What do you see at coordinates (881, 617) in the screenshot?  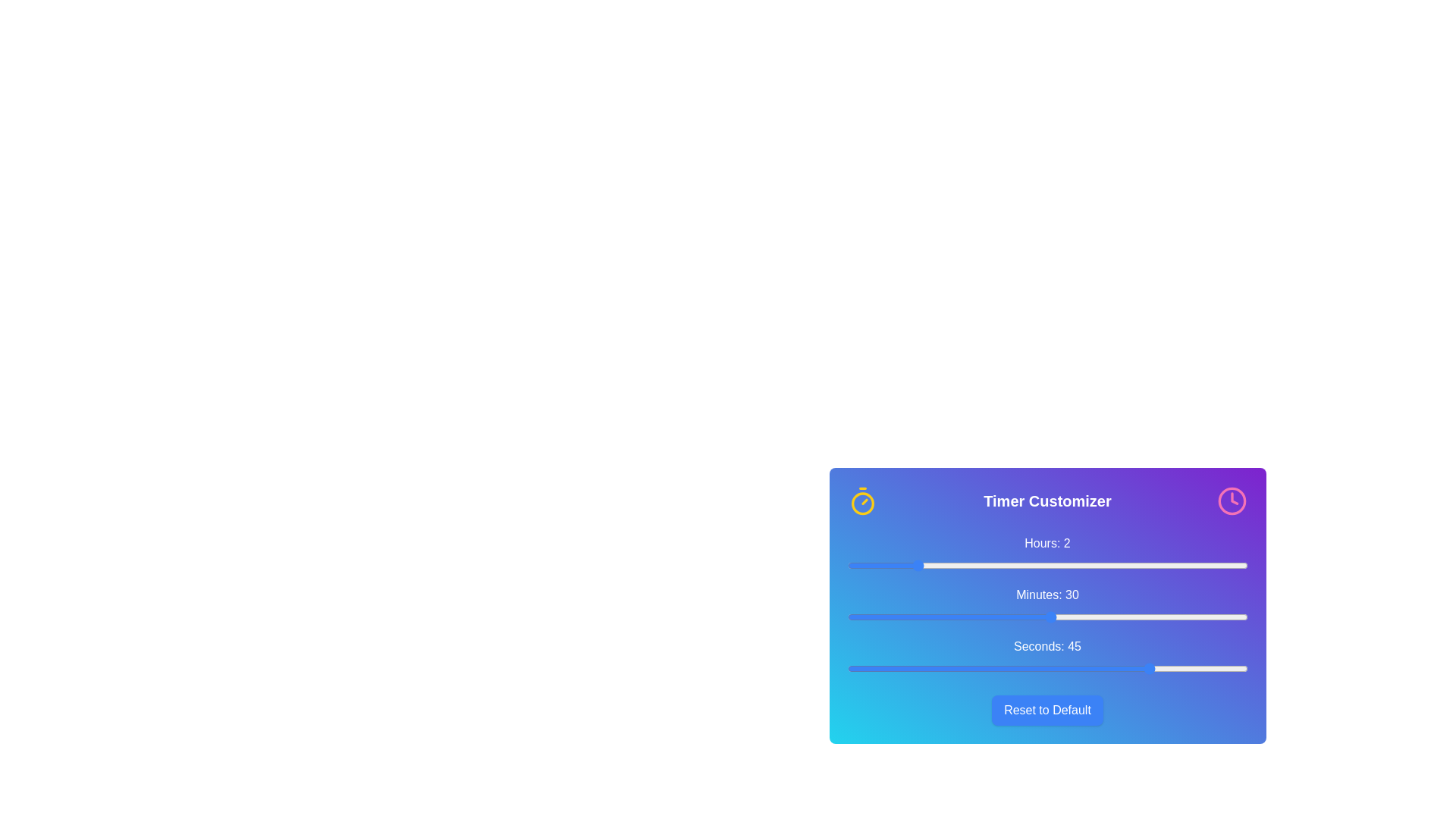 I see `the 'minutes' slider to set the value to 5` at bounding box center [881, 617].